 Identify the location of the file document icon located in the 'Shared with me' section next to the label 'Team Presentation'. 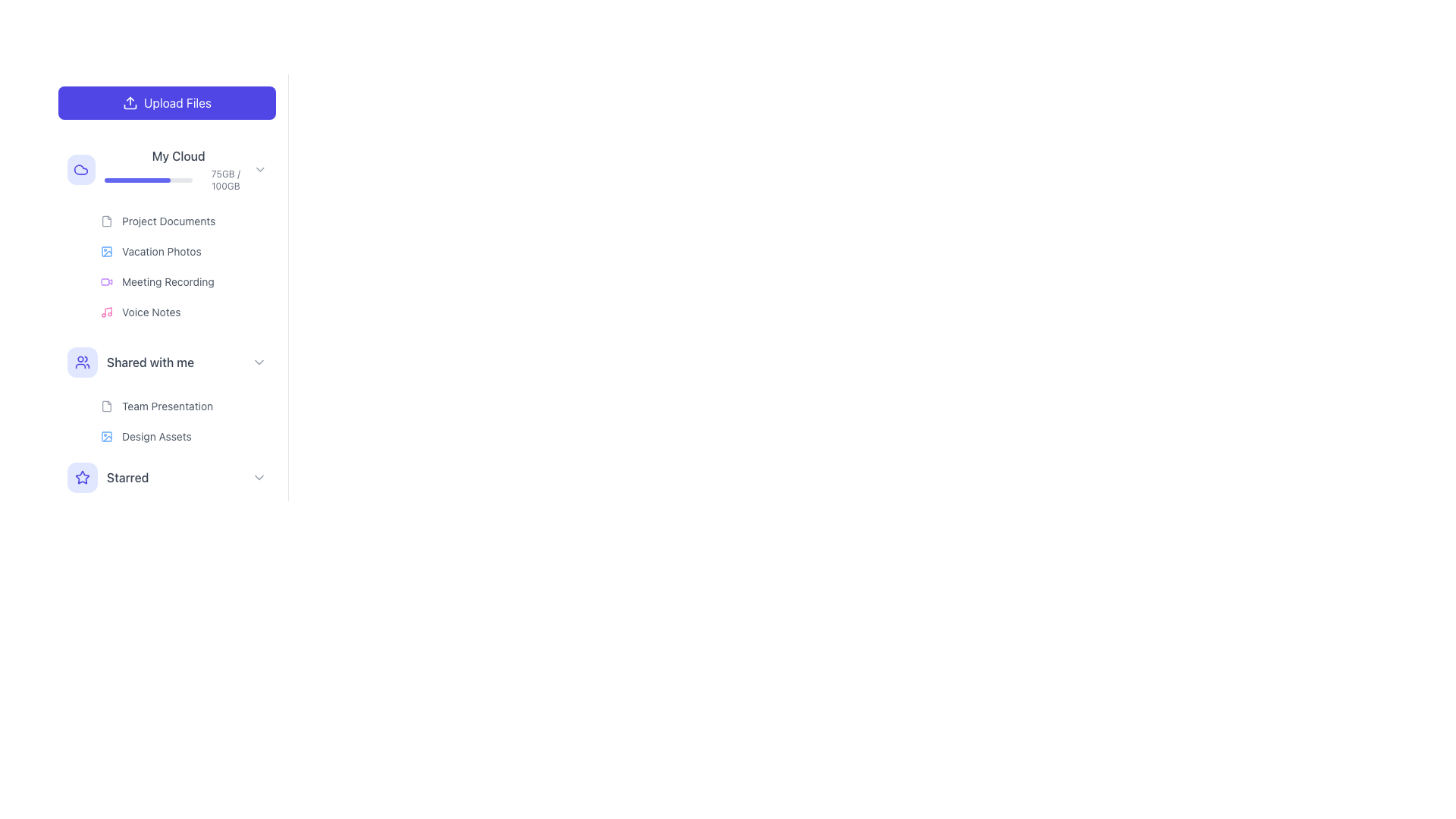
(105, 406).